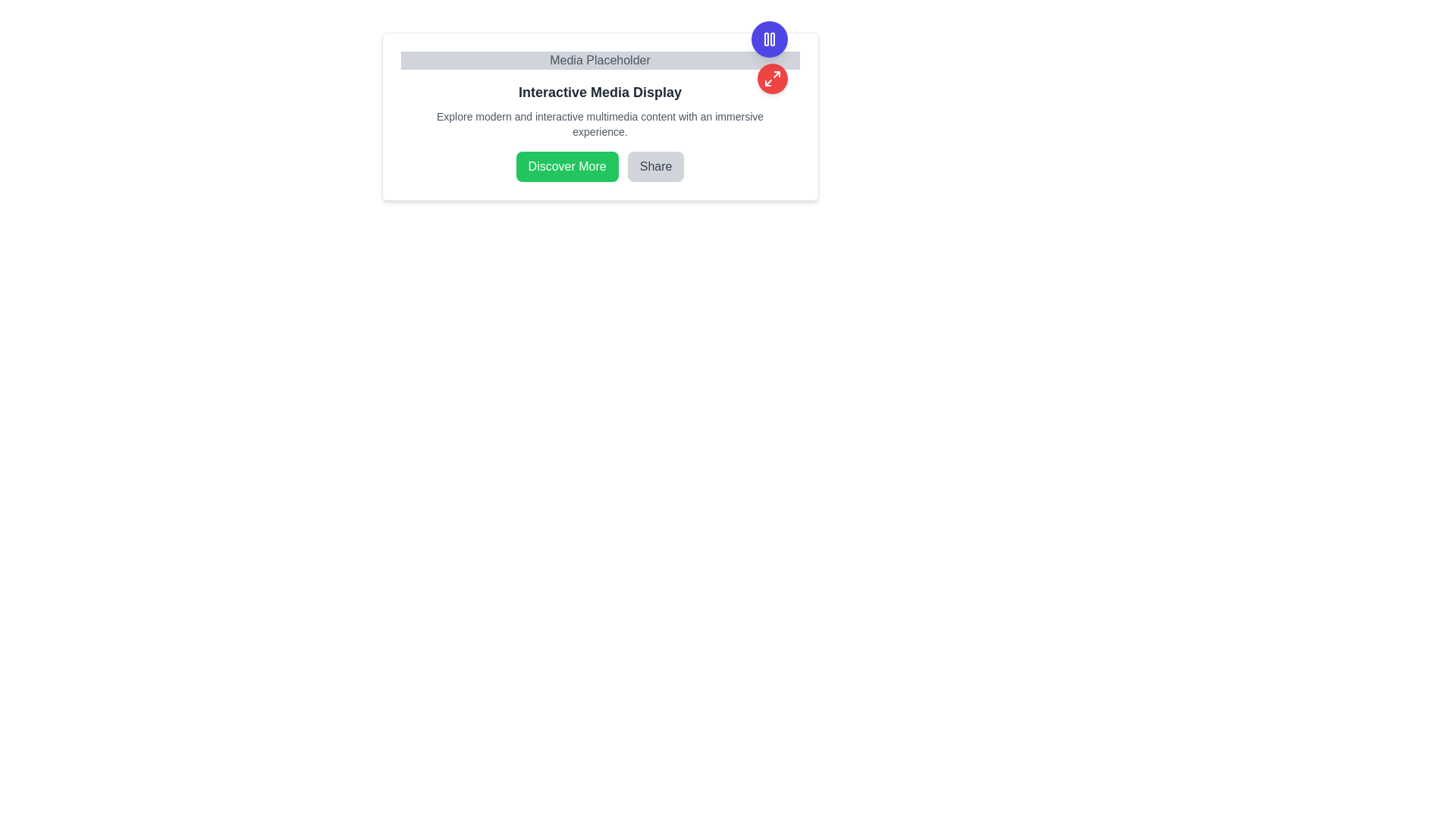 The image size is (1456, 819). I want to click on the 'Share' button, which is a rectangular button with rounded corners, light gray background, and dark gray text located to the right of the 'Discover More' button, so click(656, 166).